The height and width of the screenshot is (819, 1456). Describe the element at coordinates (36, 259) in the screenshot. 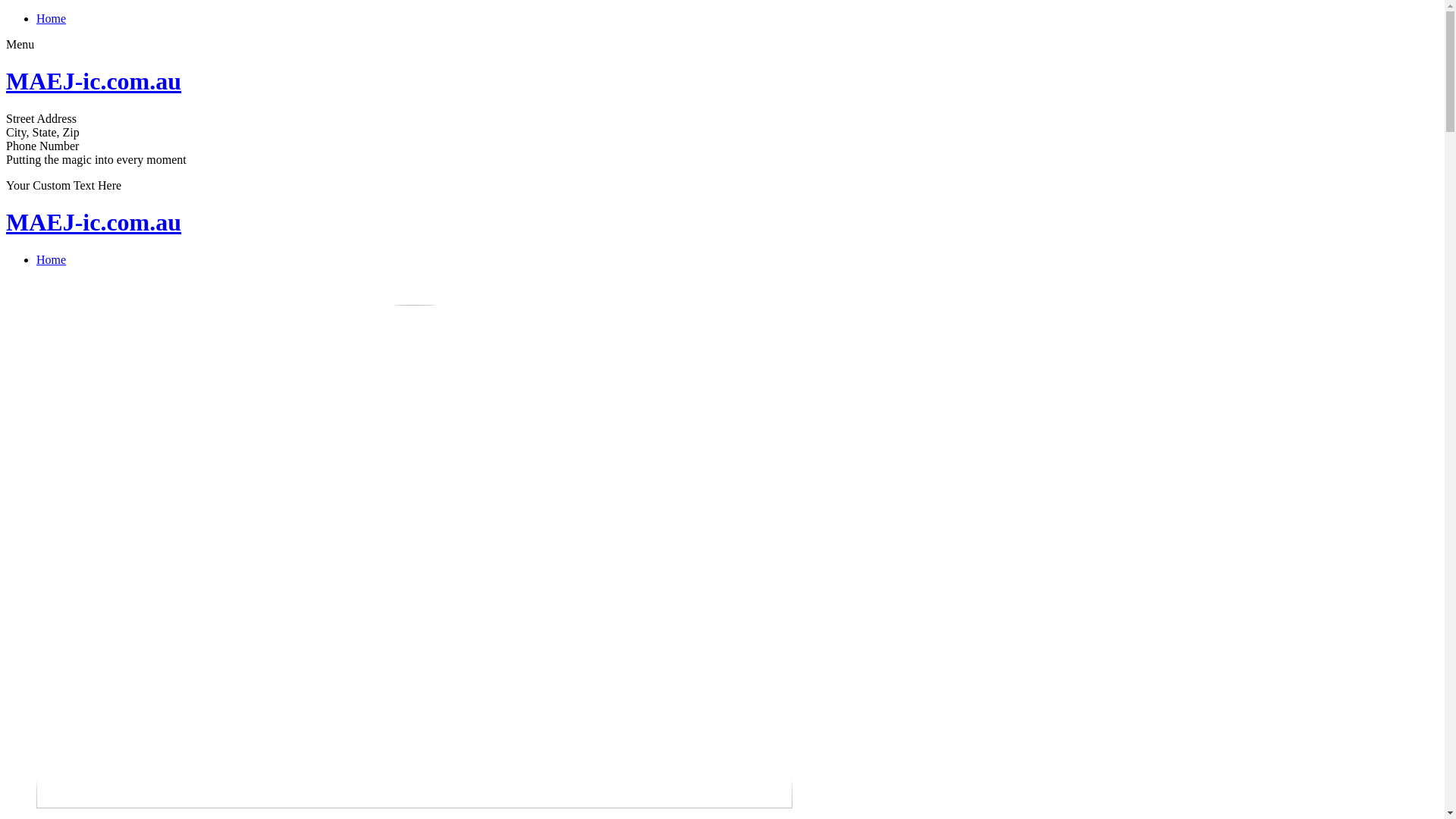

I see `'Home'` at that location.